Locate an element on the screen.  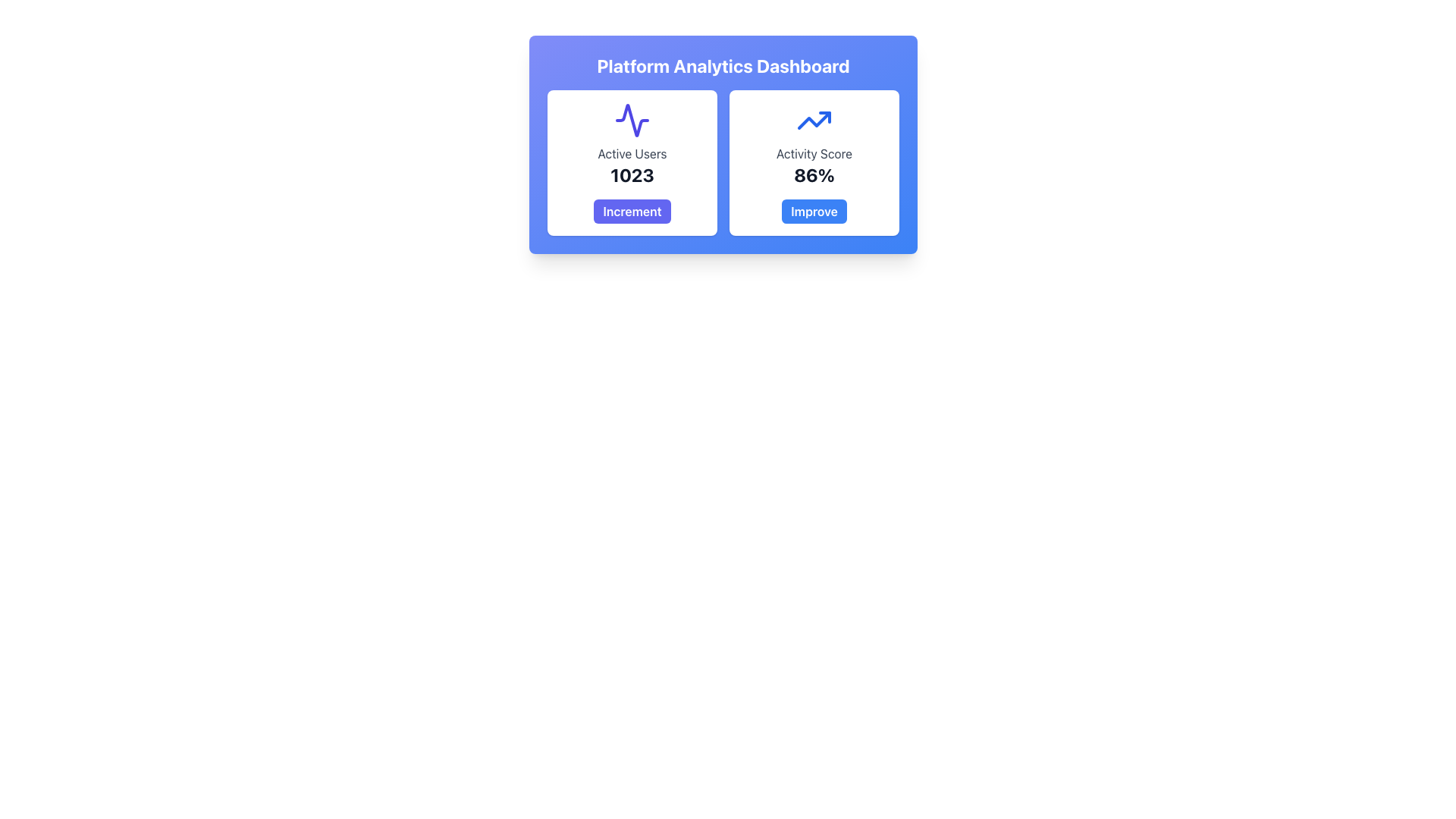
the numeric display indicating the count of active users, located below the 'Active Users' label and above the 'Increment' button in the dashboard layout is located at coordinates (632, 174).